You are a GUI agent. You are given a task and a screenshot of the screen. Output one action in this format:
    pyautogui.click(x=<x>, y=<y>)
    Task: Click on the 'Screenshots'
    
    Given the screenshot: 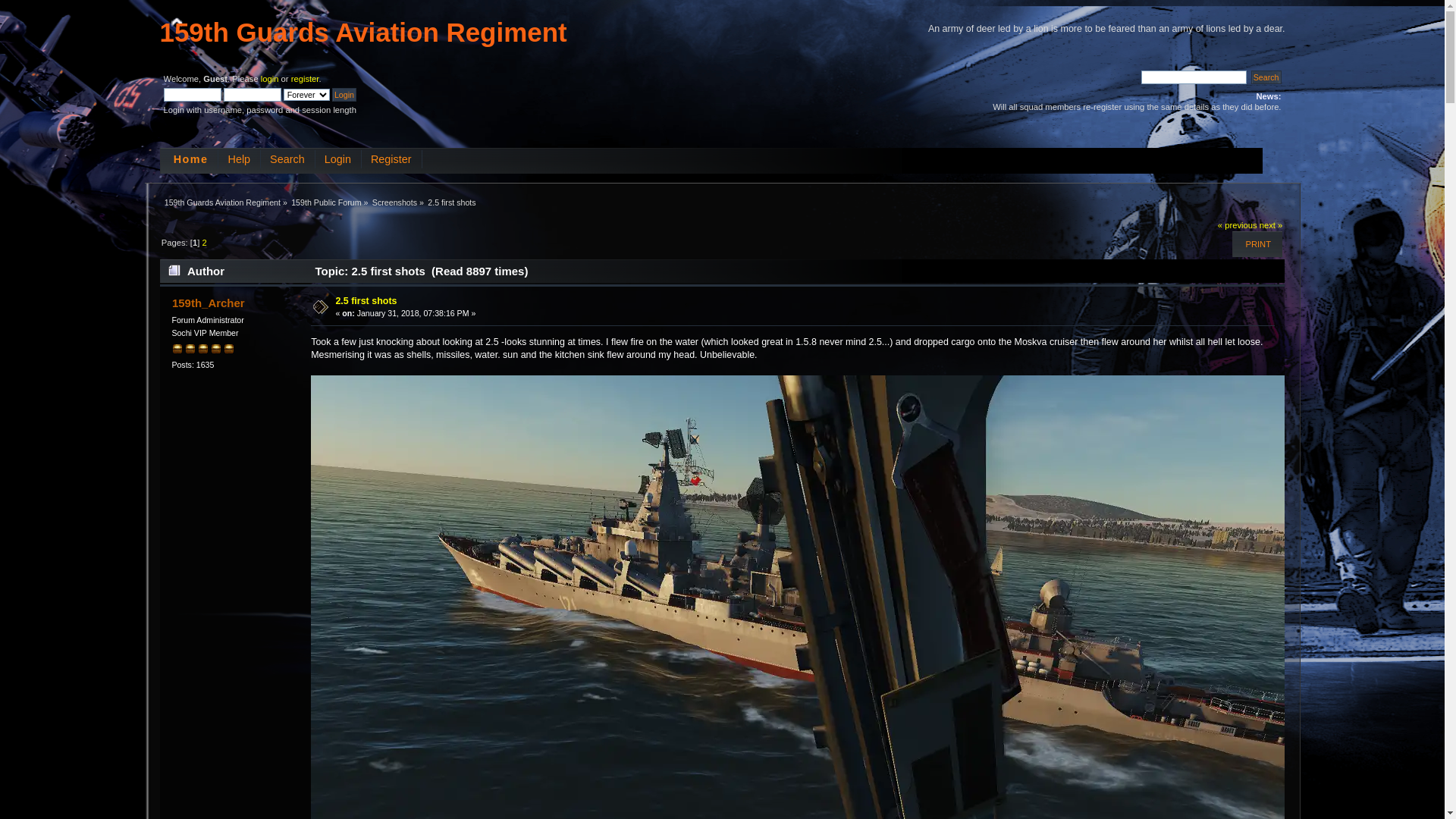 What is the action you would take?
    pyautogui.click(x=394, y=201)
    